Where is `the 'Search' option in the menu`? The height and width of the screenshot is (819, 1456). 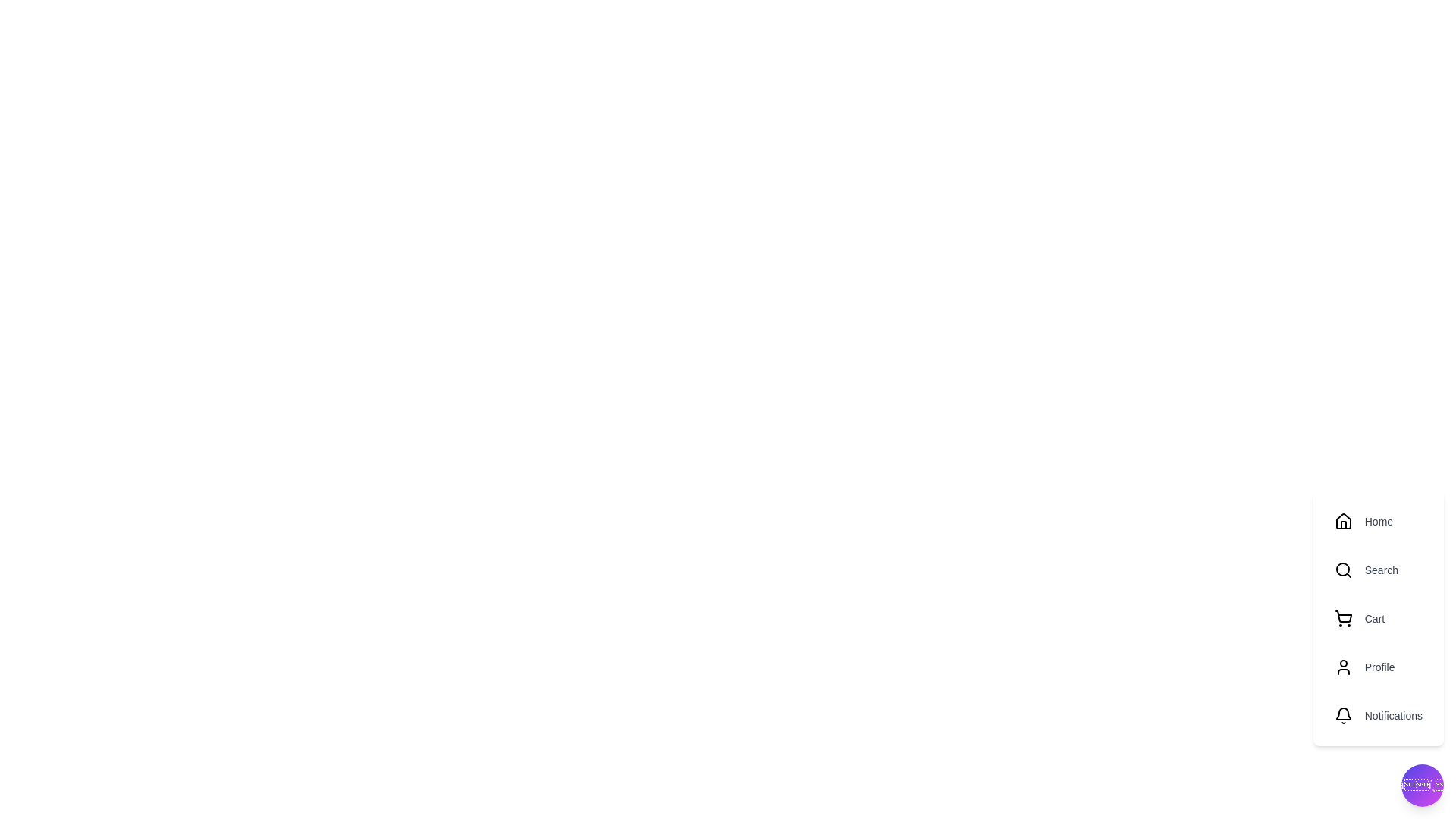
the 'Search' option in the menu is located at coordinates (1378, 570).